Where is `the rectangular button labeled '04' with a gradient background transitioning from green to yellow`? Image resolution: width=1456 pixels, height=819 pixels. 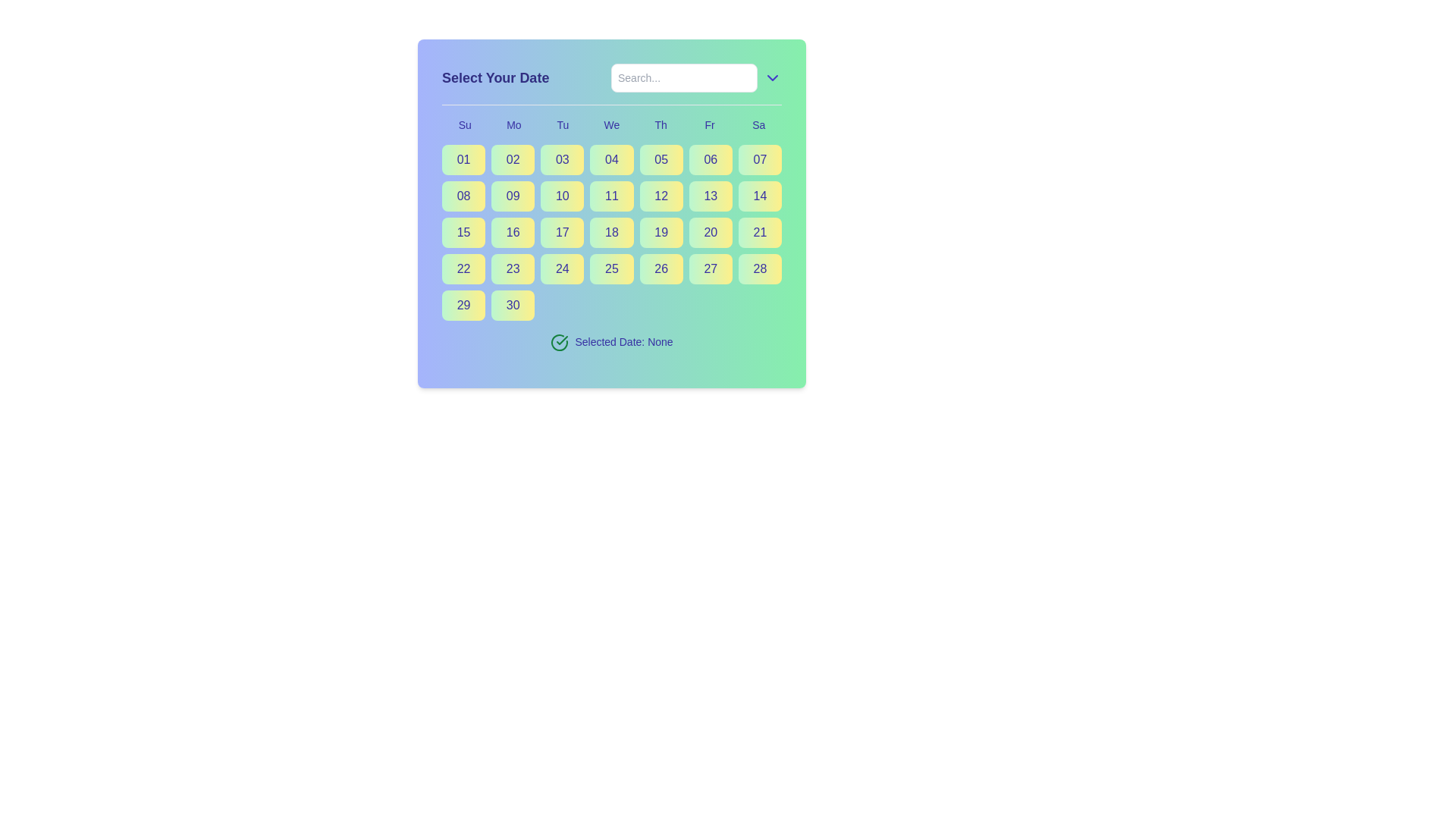
the rectangular button labeled '04' with a gradient background transitioning from green to yellow is located at coordinates (611, 160).